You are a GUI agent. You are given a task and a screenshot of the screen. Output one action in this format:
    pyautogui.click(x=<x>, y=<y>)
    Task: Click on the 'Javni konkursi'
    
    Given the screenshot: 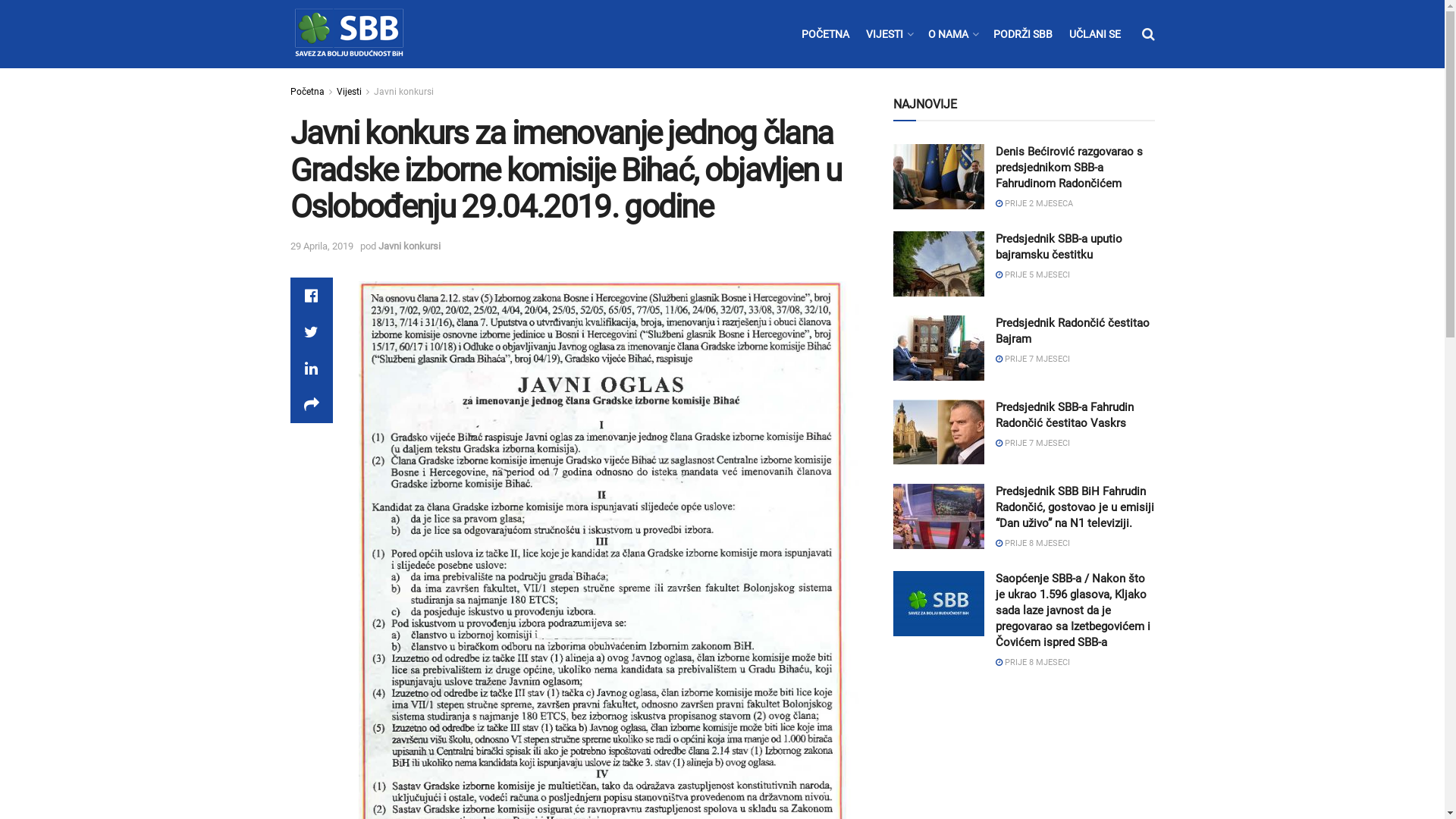 What is the action you would take?
    pyautogui.click(x=403, y=91)
    